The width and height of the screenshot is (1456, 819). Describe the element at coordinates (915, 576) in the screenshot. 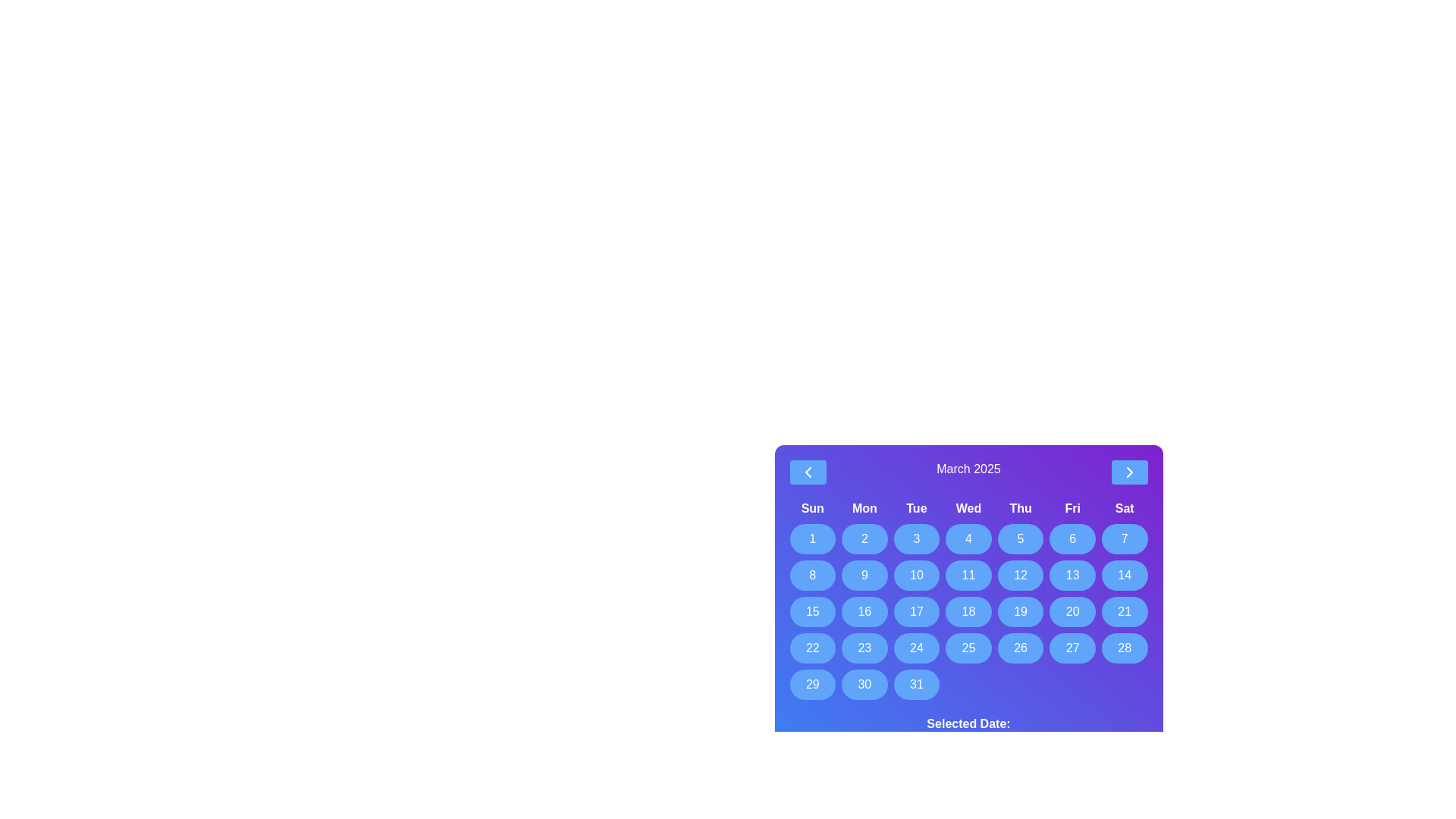

I see `the button corresponding to Tuesday, March 10 in the calendar grid view` at that location.